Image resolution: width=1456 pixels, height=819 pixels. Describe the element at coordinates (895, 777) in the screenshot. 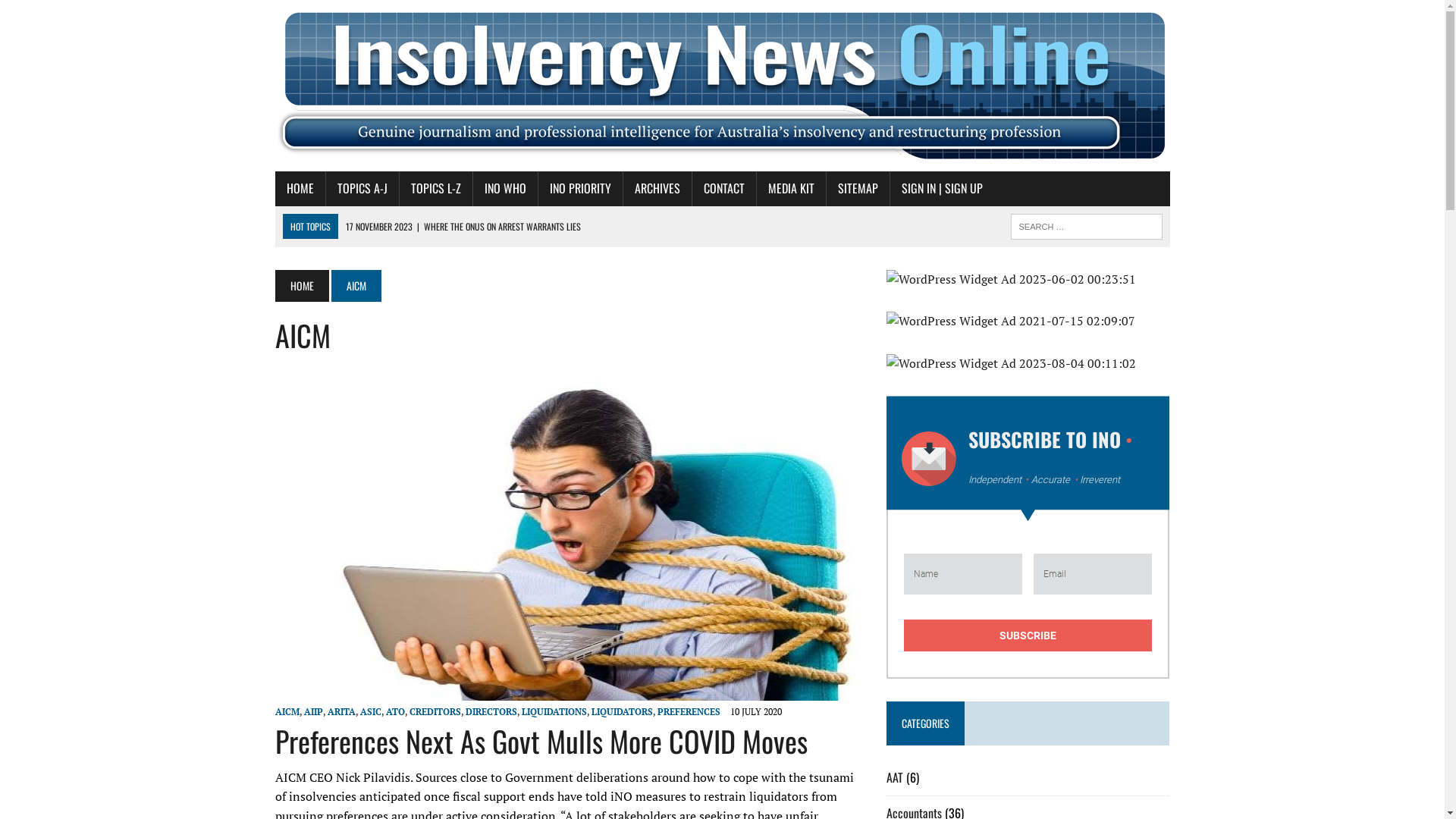

I see `'AAT'` at that location.